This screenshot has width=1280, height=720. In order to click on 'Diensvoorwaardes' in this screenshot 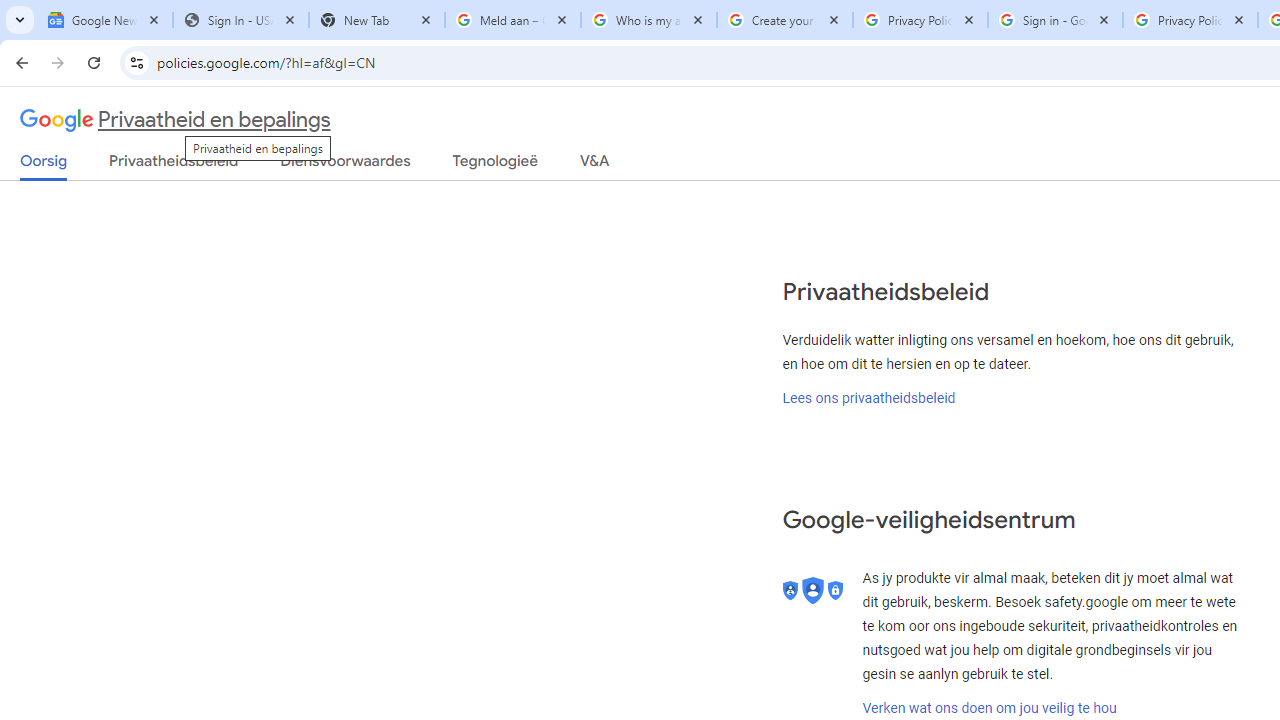, I will do `click(345, 164)`.